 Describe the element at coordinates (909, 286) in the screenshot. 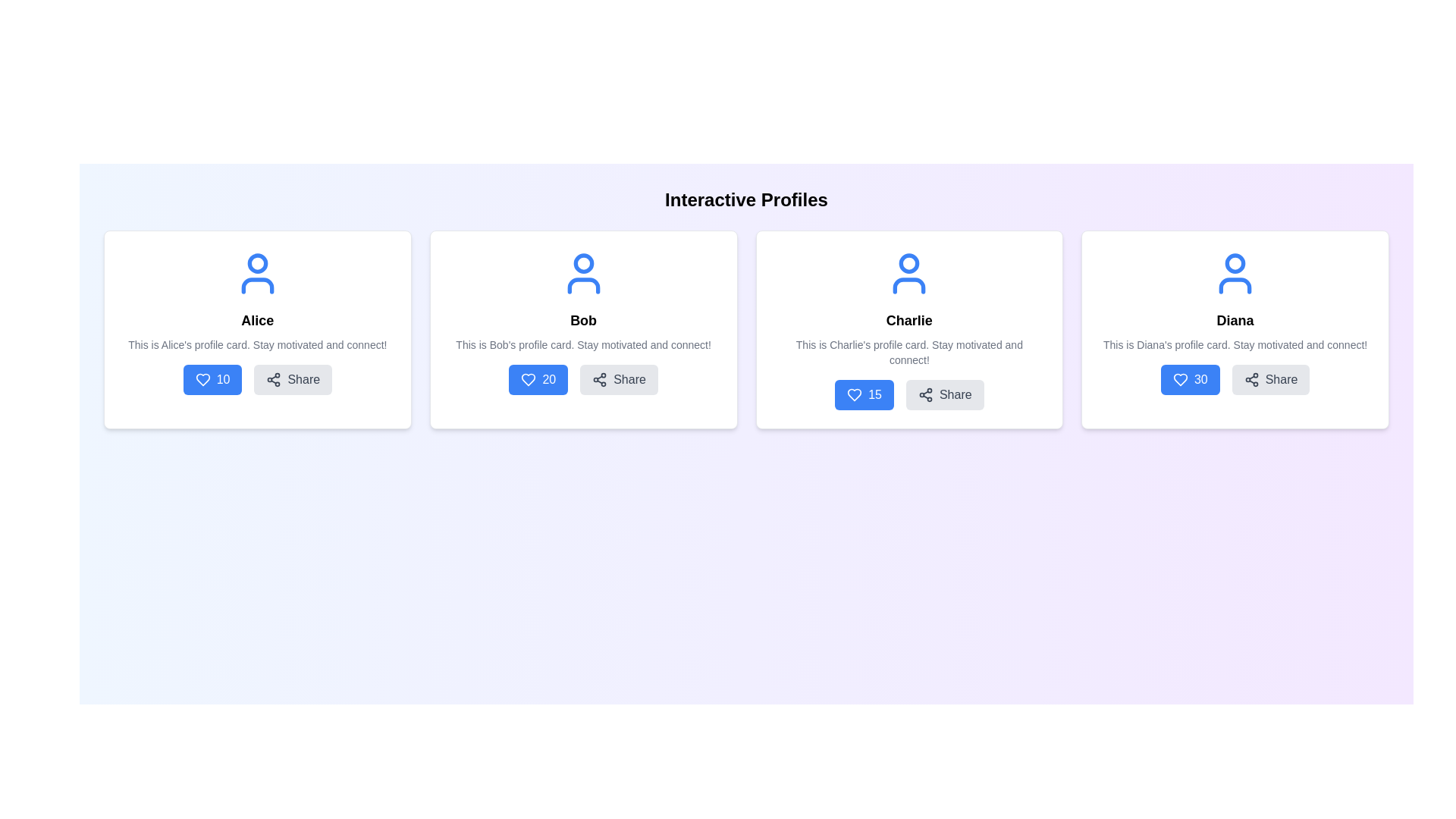

I see `the Decorative icon representing a person in the avatar icon of the profile card labeled 'Charlie'` at that location.